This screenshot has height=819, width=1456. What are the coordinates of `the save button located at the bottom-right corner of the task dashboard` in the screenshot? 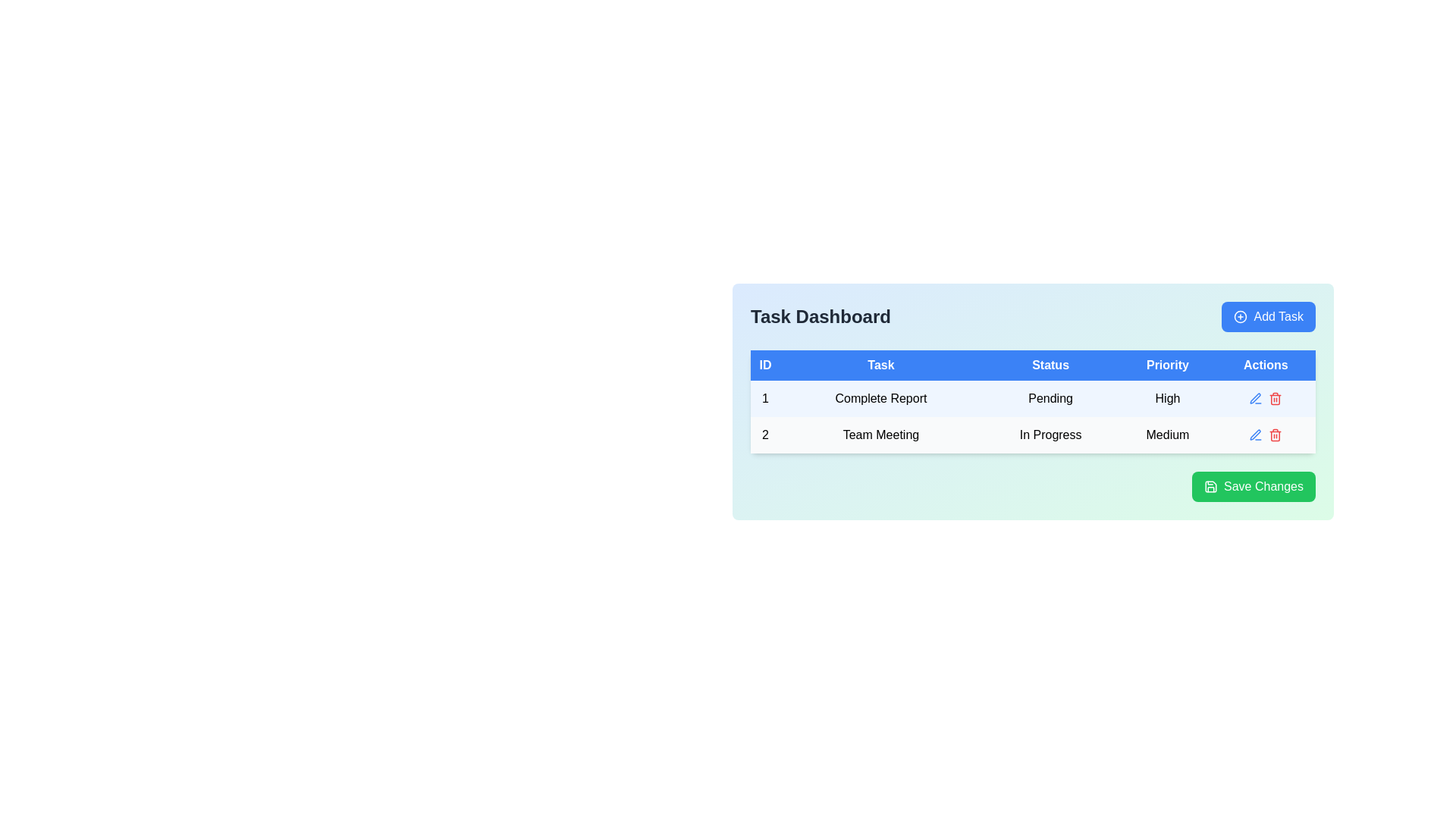 It's located at (1254, 486).